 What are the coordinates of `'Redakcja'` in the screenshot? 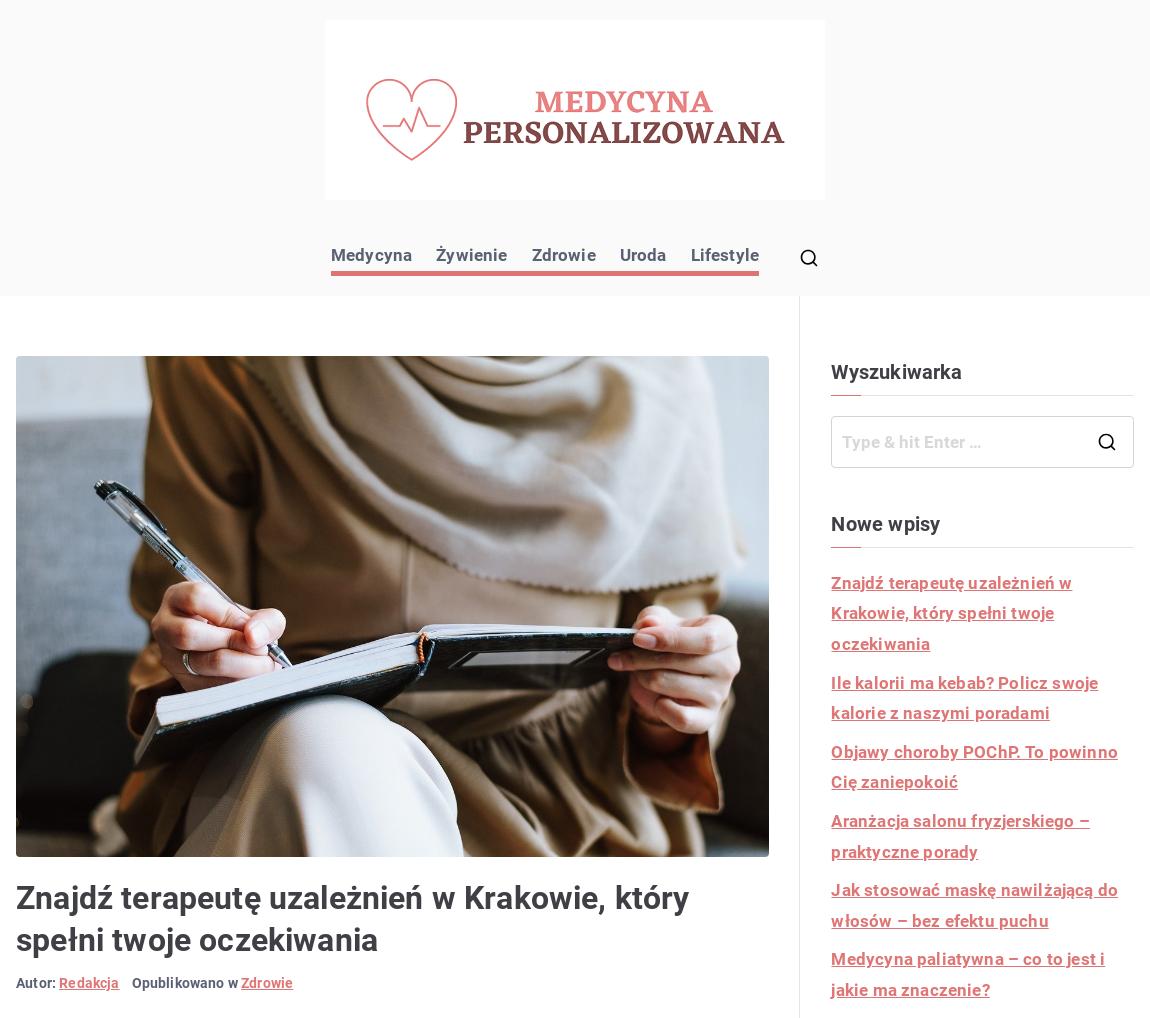 It's located at (88, 982).